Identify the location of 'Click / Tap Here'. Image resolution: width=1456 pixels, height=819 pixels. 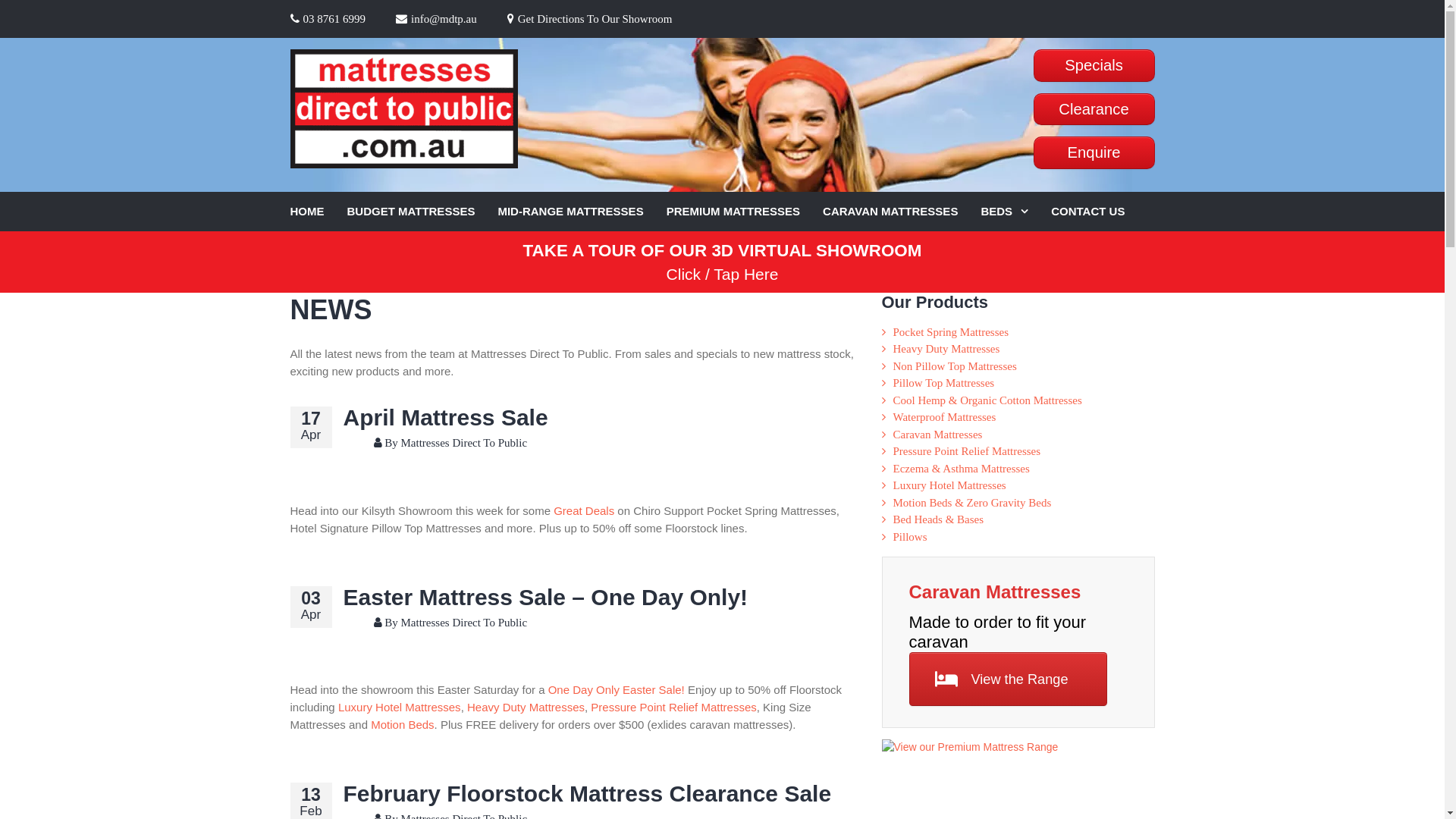
(722, 274).